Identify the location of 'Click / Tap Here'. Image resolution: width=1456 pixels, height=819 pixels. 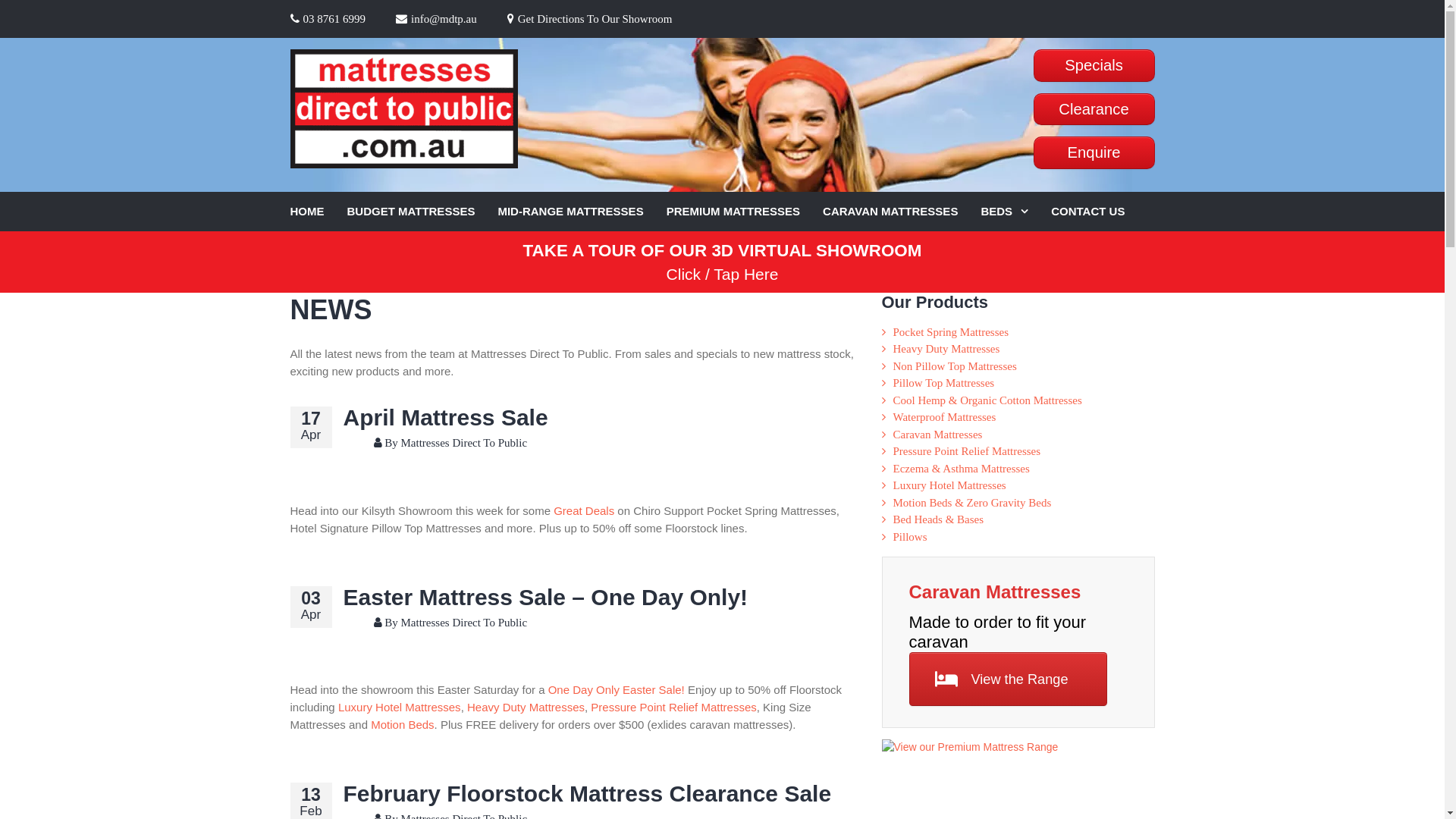
(722, 274).